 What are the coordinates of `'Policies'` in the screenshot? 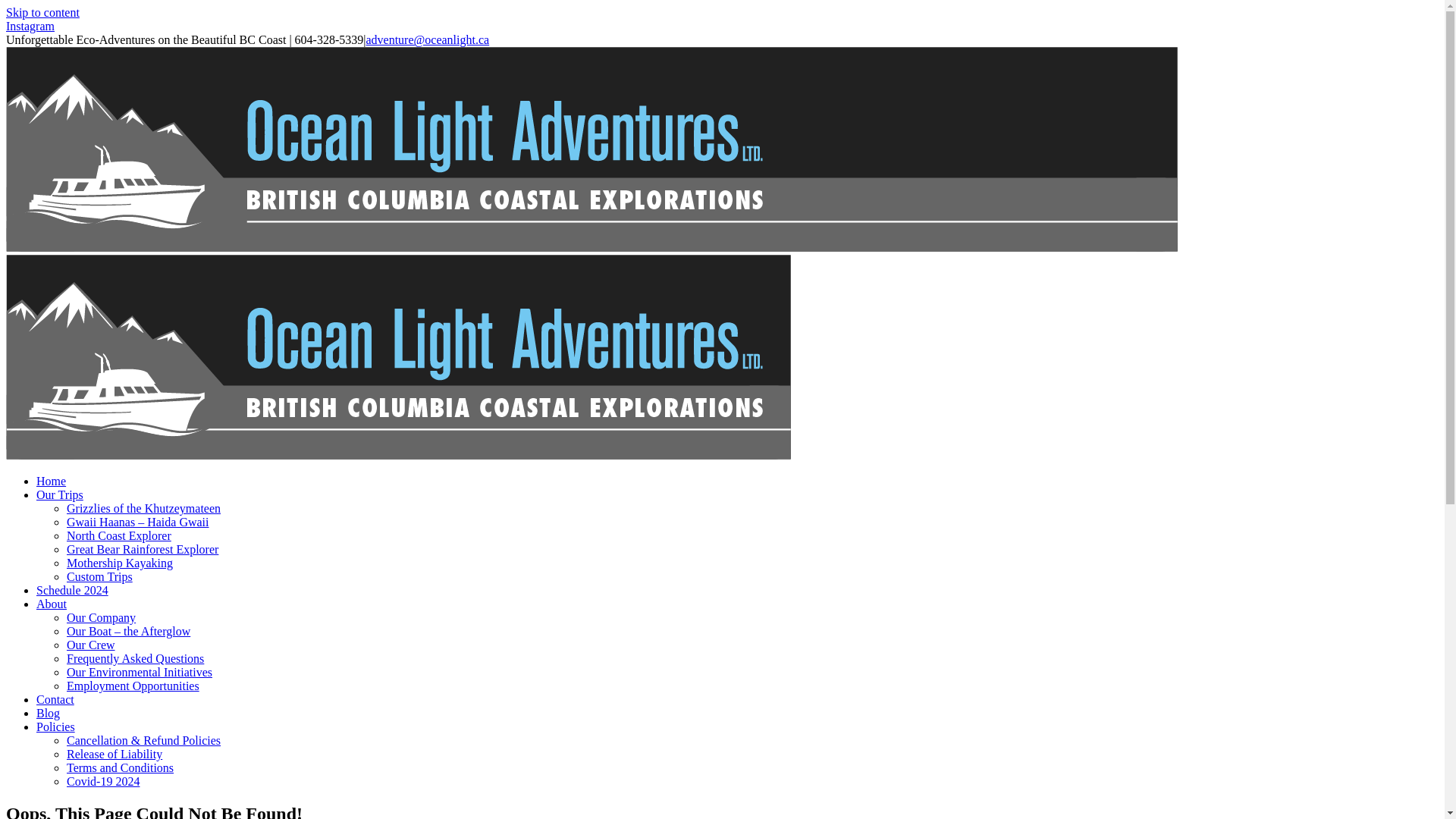 It's located at (36, 726).